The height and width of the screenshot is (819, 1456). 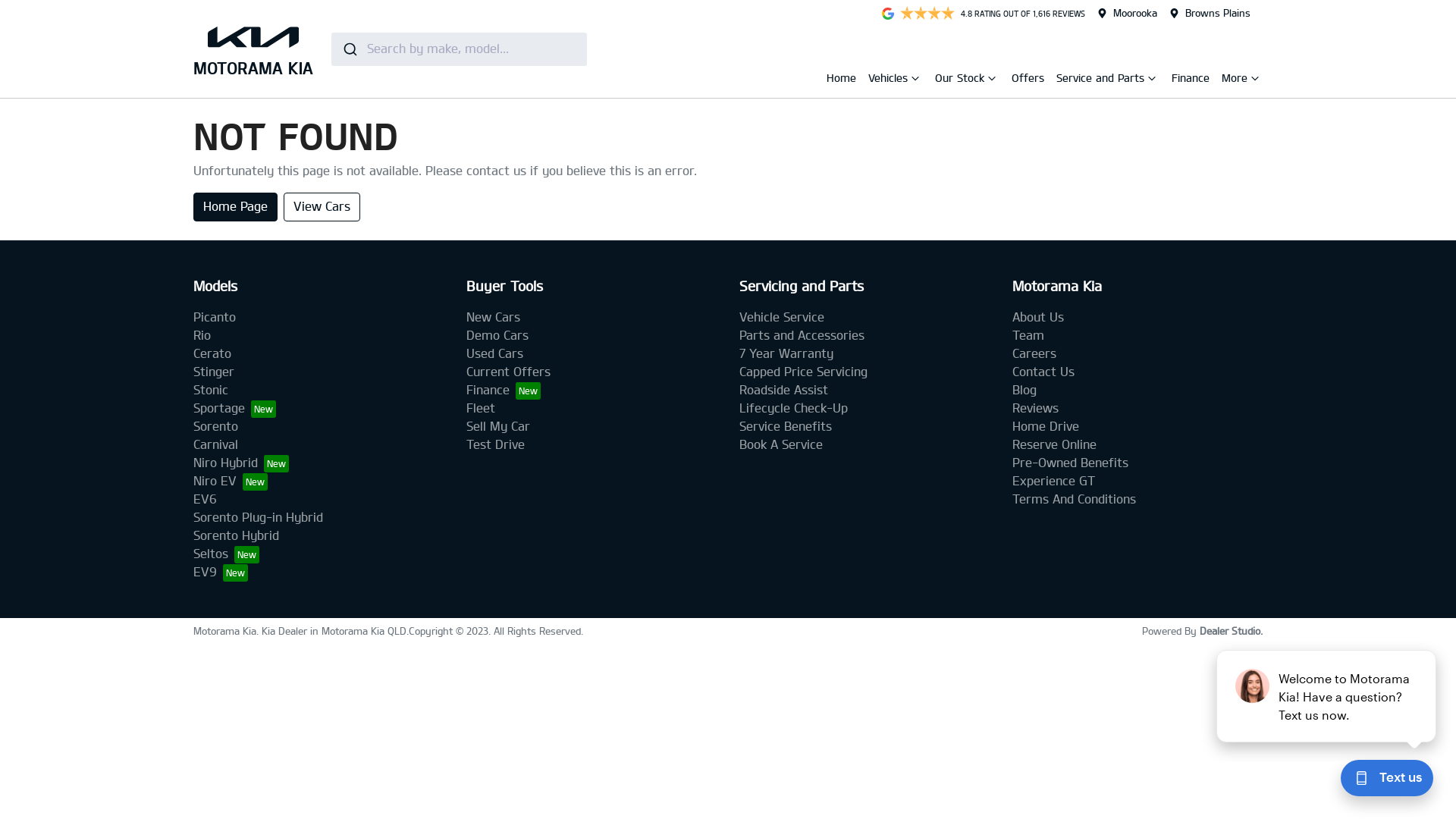 I want to click on 'Service and Parts', so click(x=1102, y=80).